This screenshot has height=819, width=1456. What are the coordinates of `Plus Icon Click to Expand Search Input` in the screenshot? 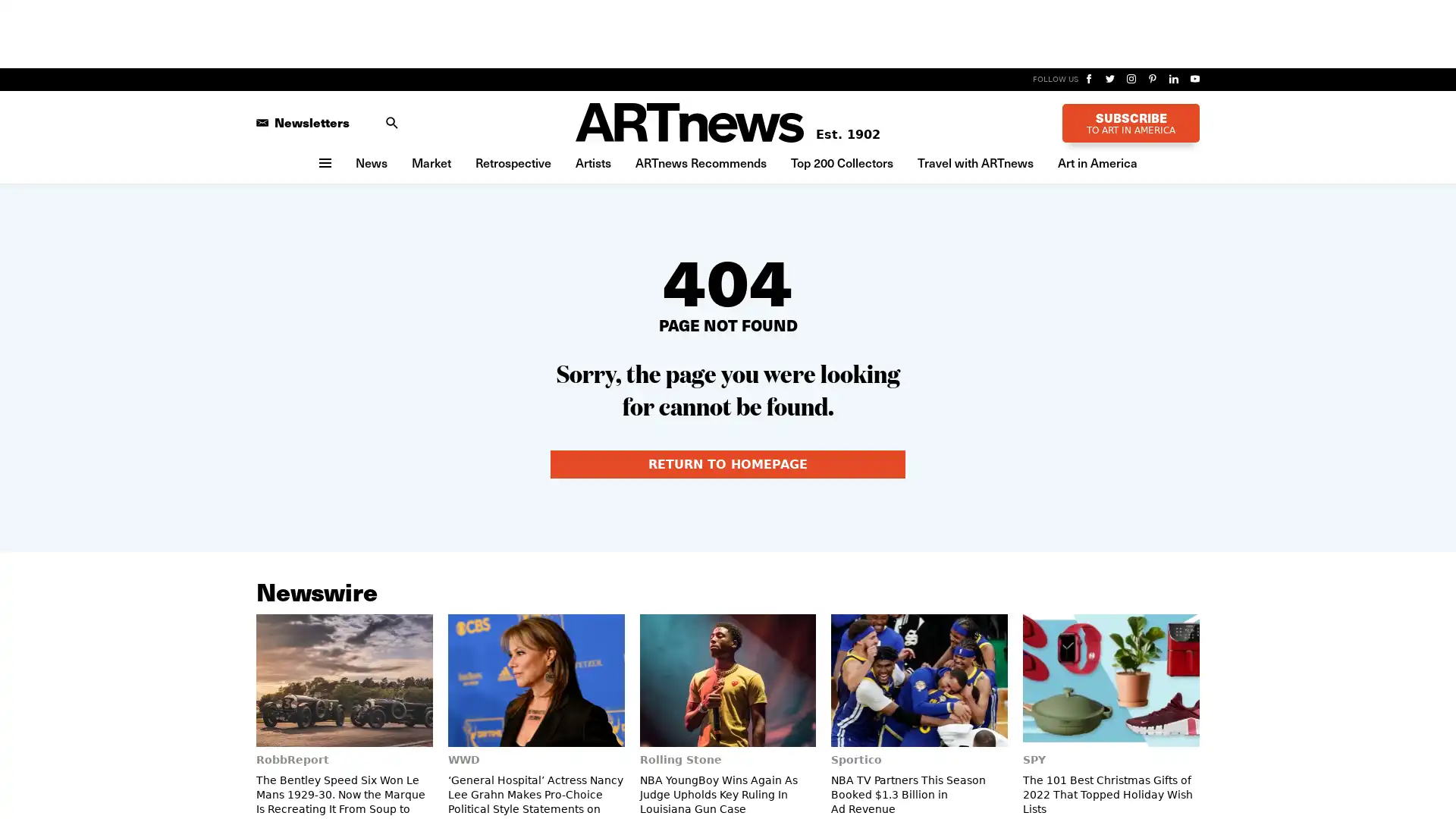 It's located at (392, 121).